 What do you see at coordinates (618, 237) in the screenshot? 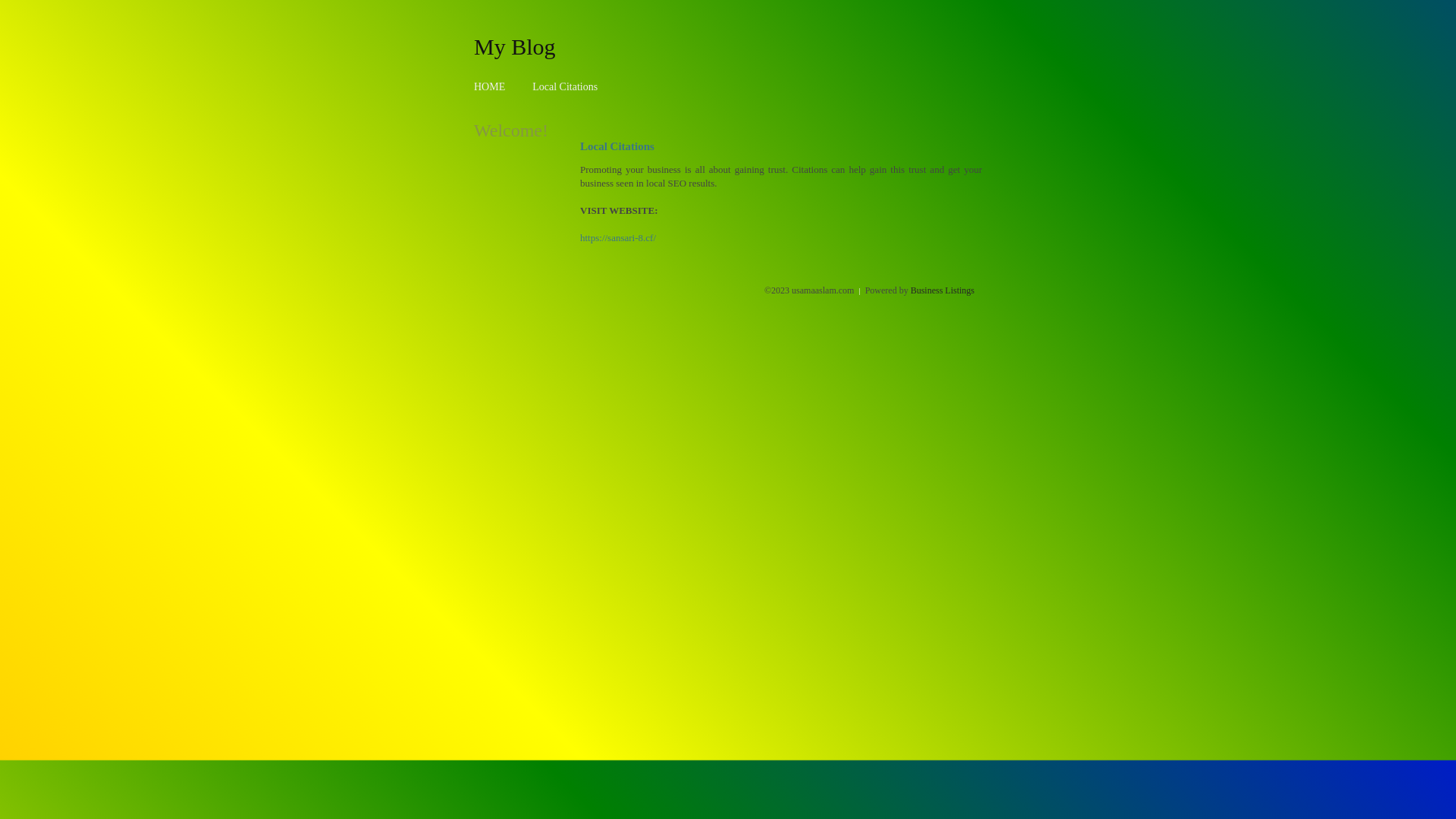
I see `'https://sansari-8.cf/'` at bounding box center [618, 237].